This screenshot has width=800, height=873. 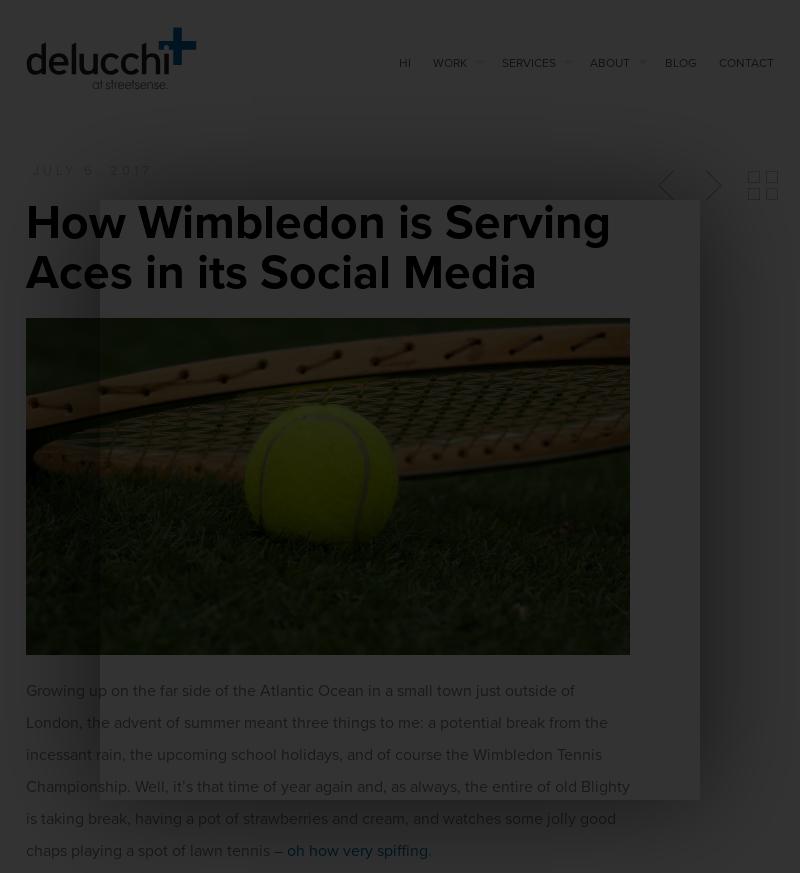 I want to click on 'Services', so click(x=527, y=60).